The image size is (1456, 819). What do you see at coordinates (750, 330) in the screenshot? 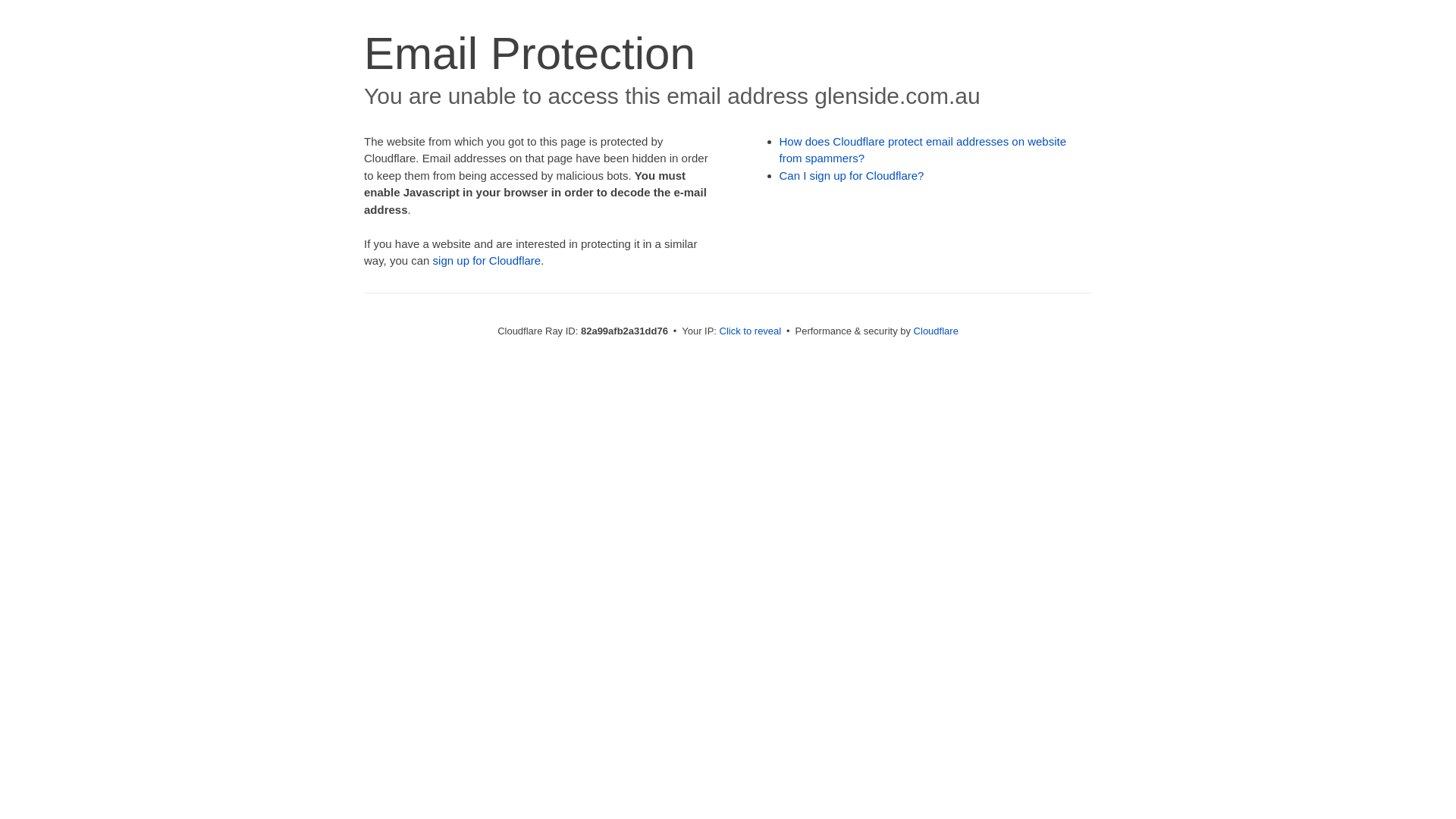
I see `'Click to reveal'` at bounding box center [750, 330].